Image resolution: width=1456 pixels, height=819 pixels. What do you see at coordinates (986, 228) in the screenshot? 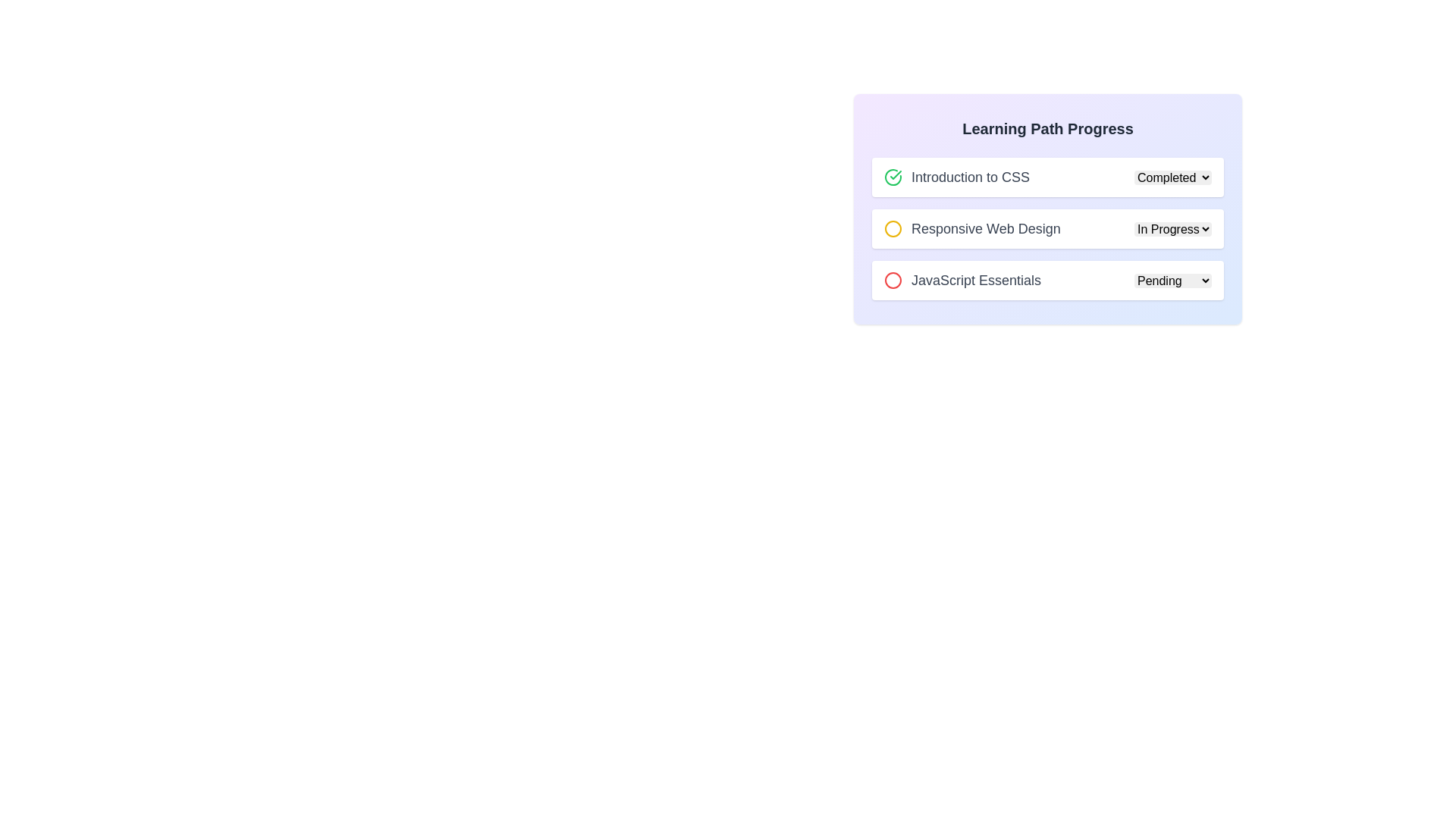
I see `text label displaying 'Responsive Web Design' which is the second progress item in a vertical list, located in the center of the list to the right of a circular icon with a yellow outline` at bounding box center [986, 228].